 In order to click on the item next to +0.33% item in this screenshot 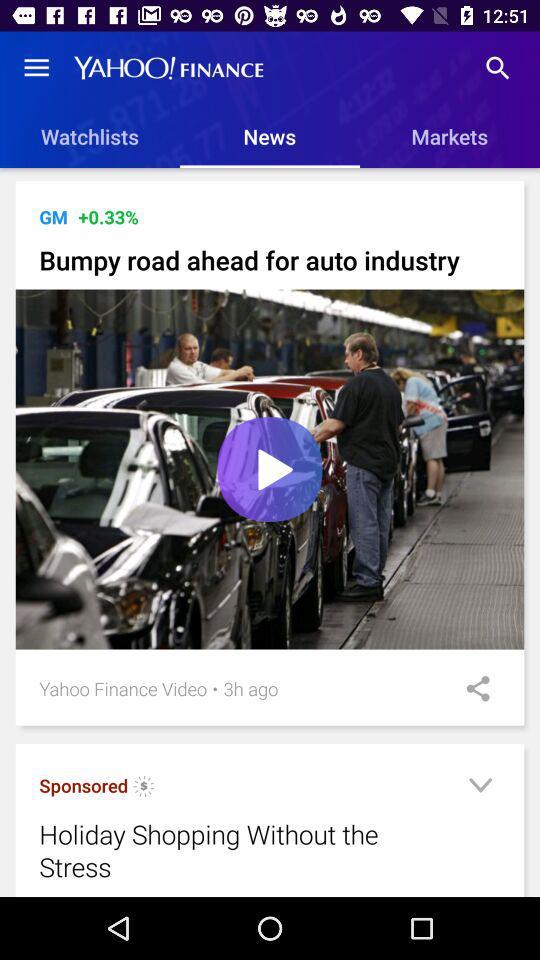, I will do `click(53, 217)`.